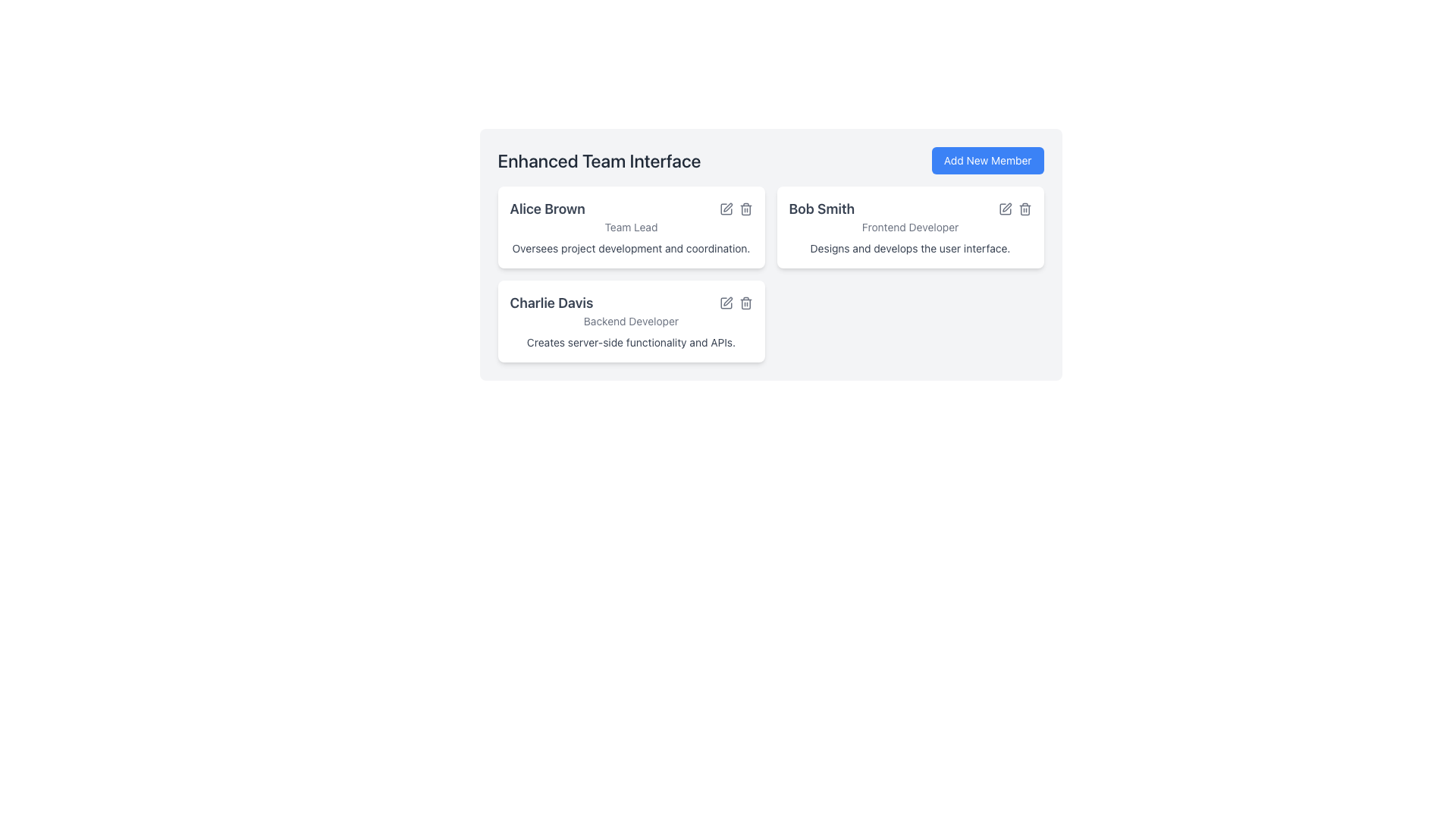  Describe the element at coordinates (987, 161) in the screenshot. I see `the button for adding new members located at the top right corner of the section next to the 'Enhanced Team Interface' heading to observe a visual response such as a color change` at that location.